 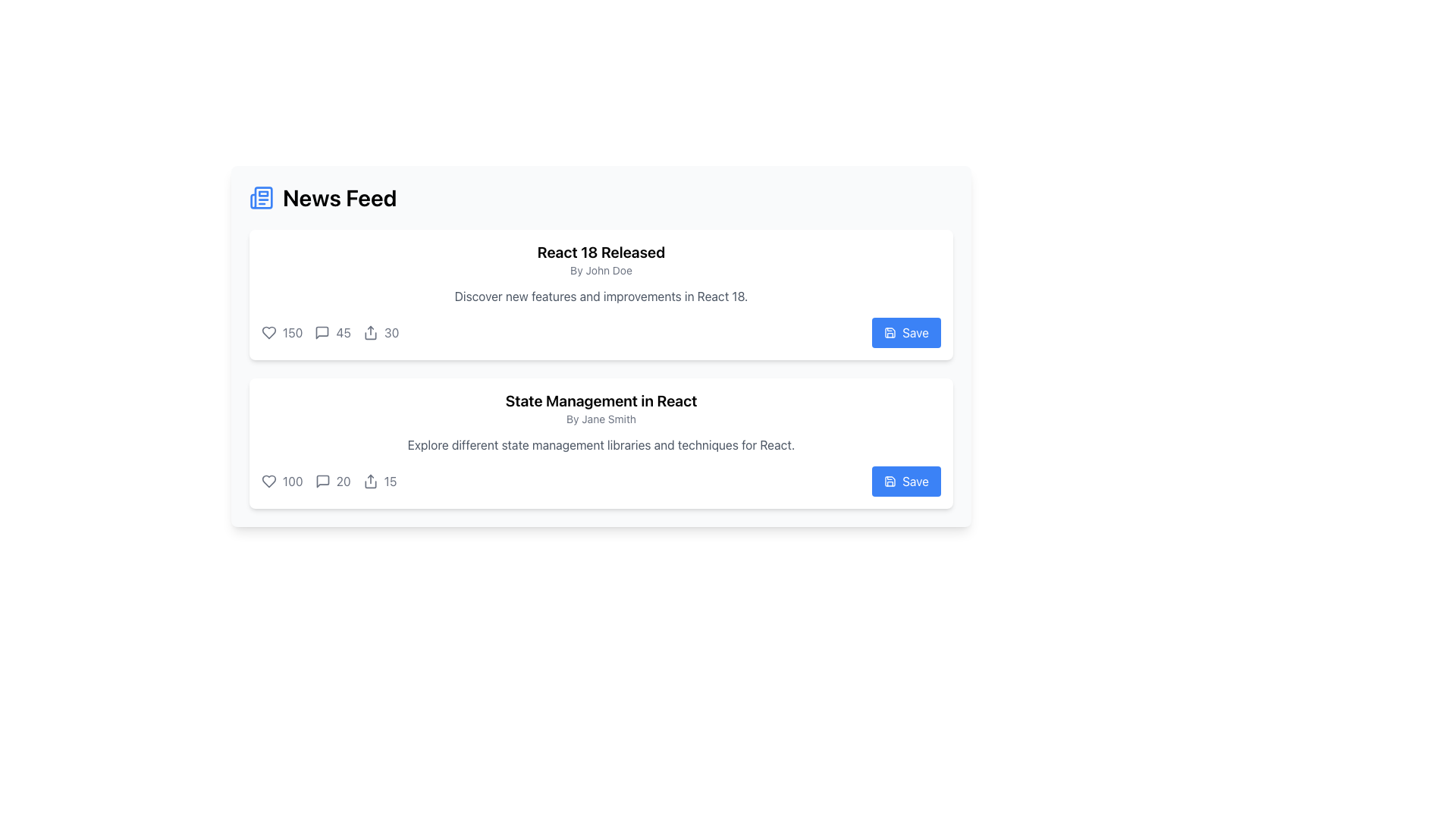 What do you see at coordinates (328, 482) in the screenshot?
I see `the comment counter icon displaying the number of comments for the second post in the card layout` at bounding box center [328, 482].